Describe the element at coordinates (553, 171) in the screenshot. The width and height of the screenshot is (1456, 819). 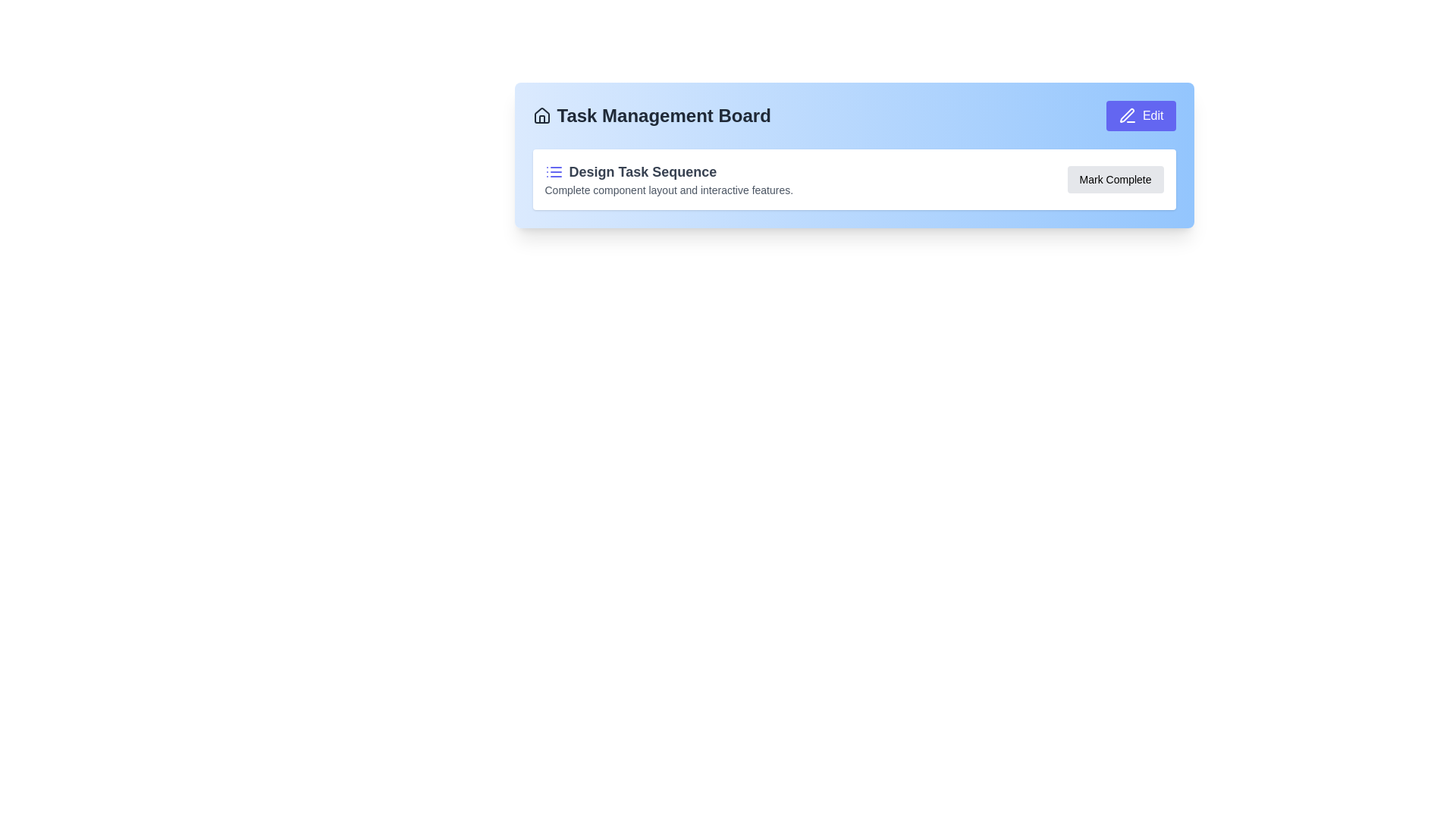
I see `the icon located in the 'Design Task Sequence' section, which serves as a visual indicator on the leftmost side adjacent to the title text` at that location.